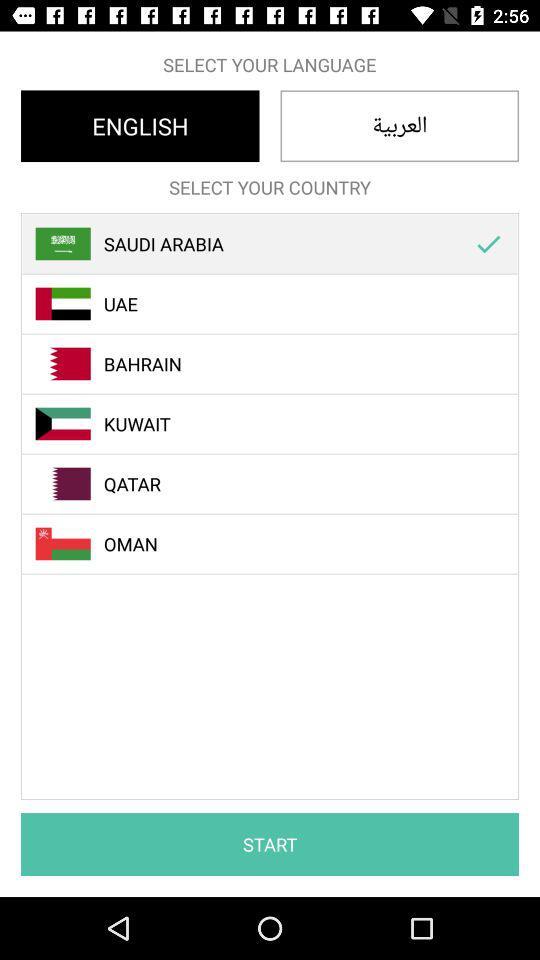 The width and height of the screenshot is (540, 960). Describe the element at coordinates (399, 125) in the screenshot. I see `the icon next to the english icon` at that location.